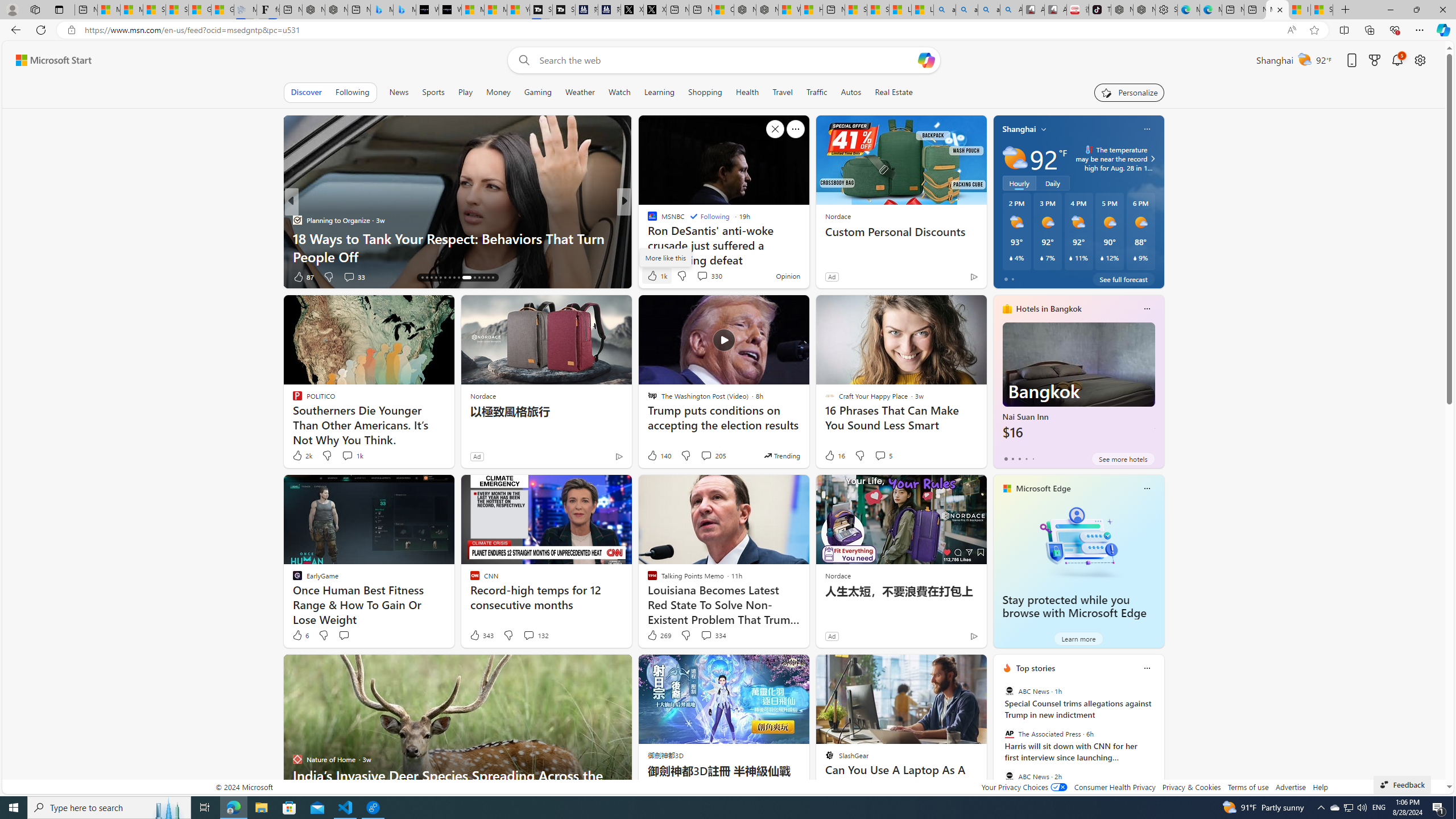 This screenshot has height=819, width=1456. I want to click on 'View comments 96 Comment', so click(707, 276).